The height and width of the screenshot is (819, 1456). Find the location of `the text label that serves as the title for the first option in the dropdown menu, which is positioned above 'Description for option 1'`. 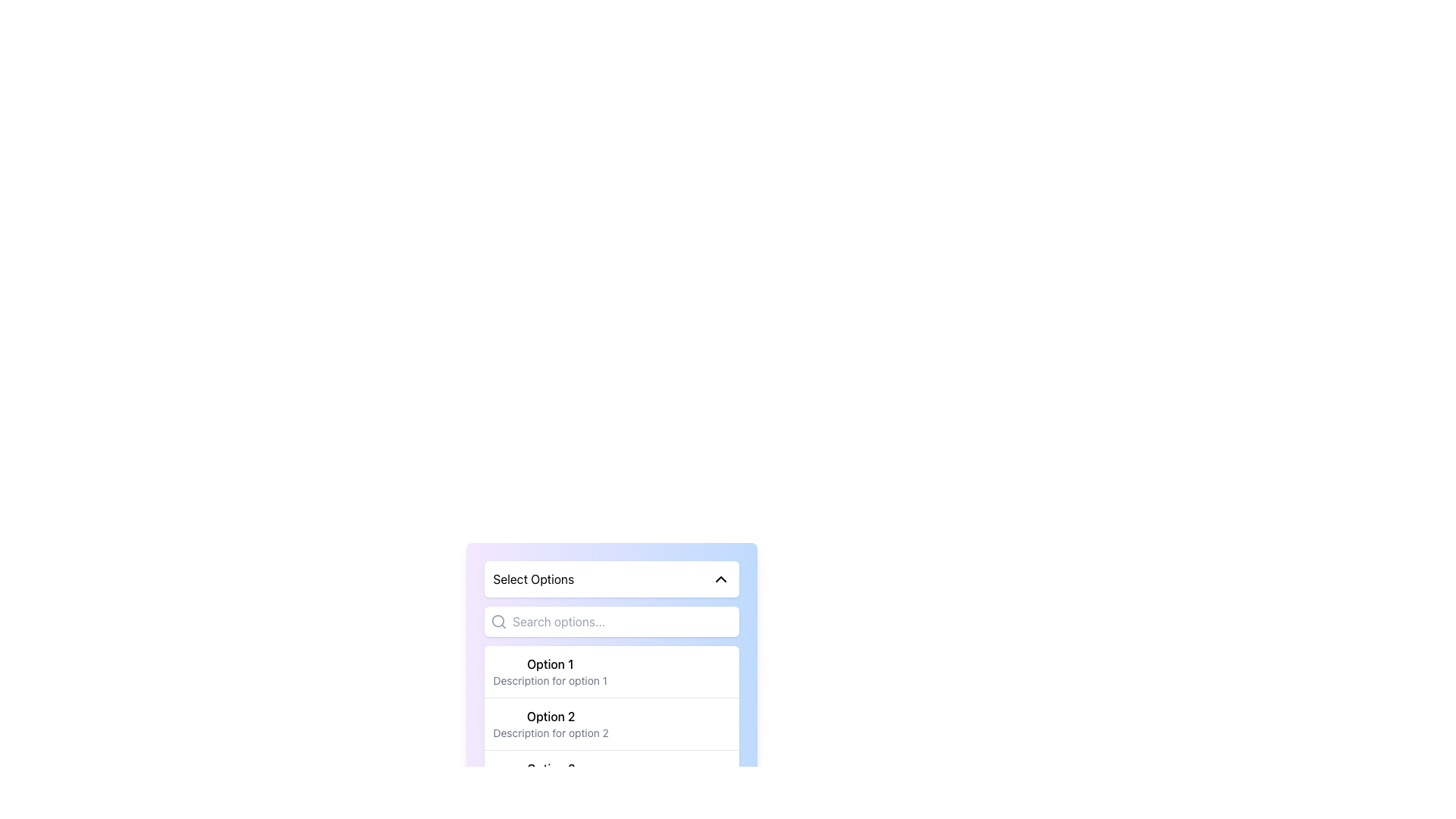

the text label that serves as the title for the first option in the dropdown menu, which is positioned above 'Description for option 1' is located at coordinates (549, 663).